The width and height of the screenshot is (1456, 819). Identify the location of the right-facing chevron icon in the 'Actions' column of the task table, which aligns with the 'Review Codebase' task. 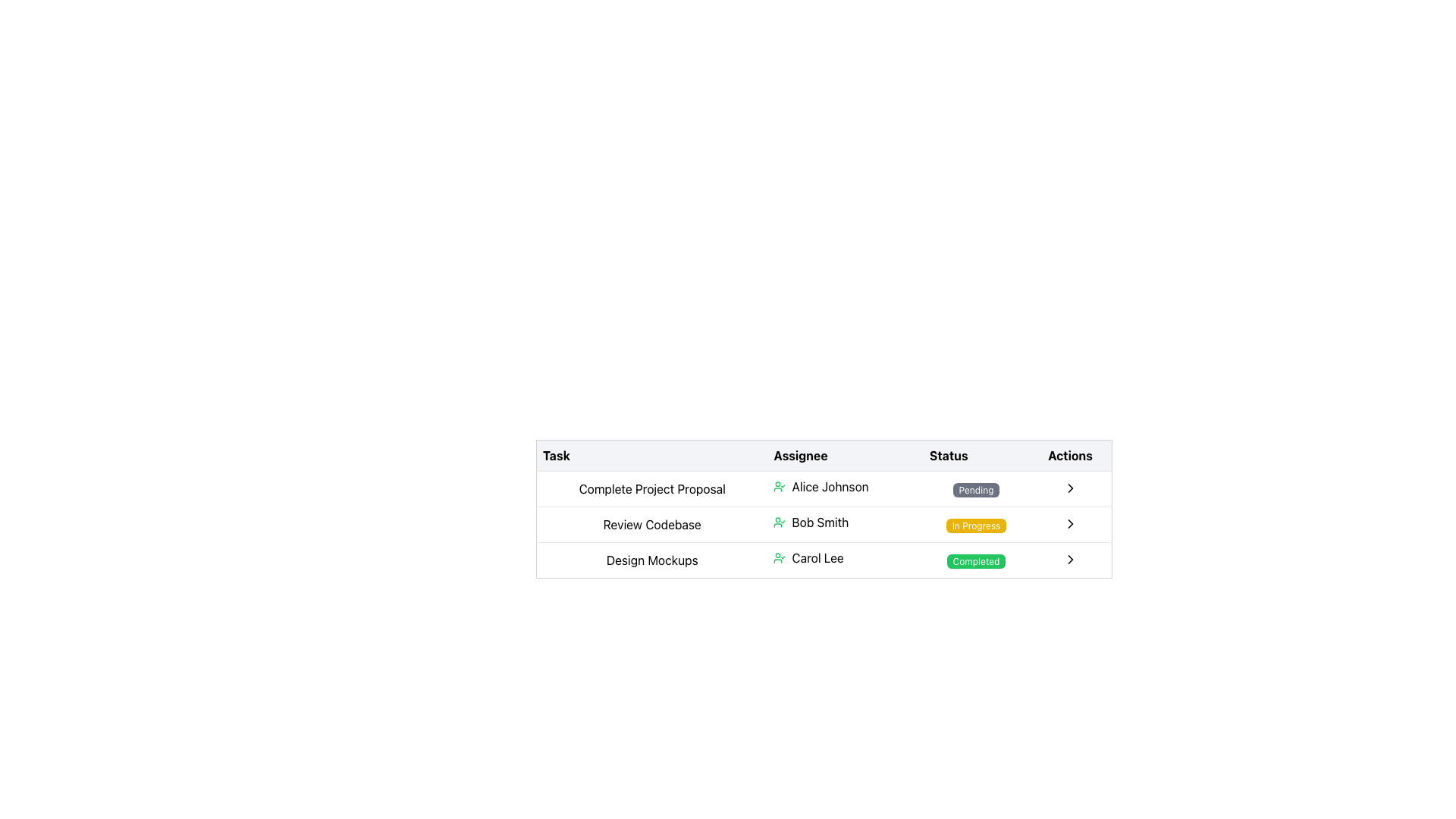
(1069, 522).